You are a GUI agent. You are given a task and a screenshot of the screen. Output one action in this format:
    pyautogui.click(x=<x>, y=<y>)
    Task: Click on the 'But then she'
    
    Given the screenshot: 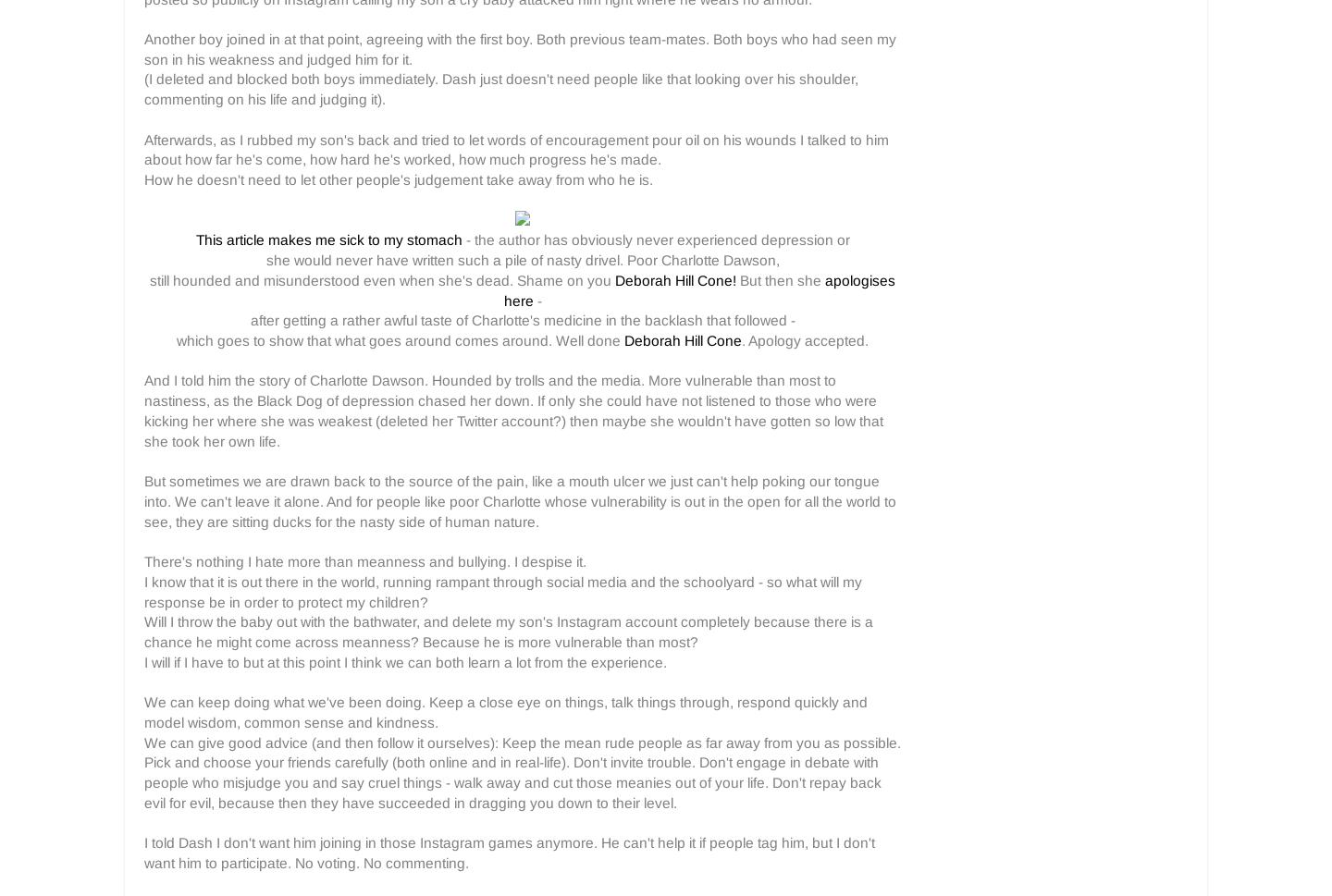 What is the action you would take?
    pyautogui.click(x=736, y=279)
    